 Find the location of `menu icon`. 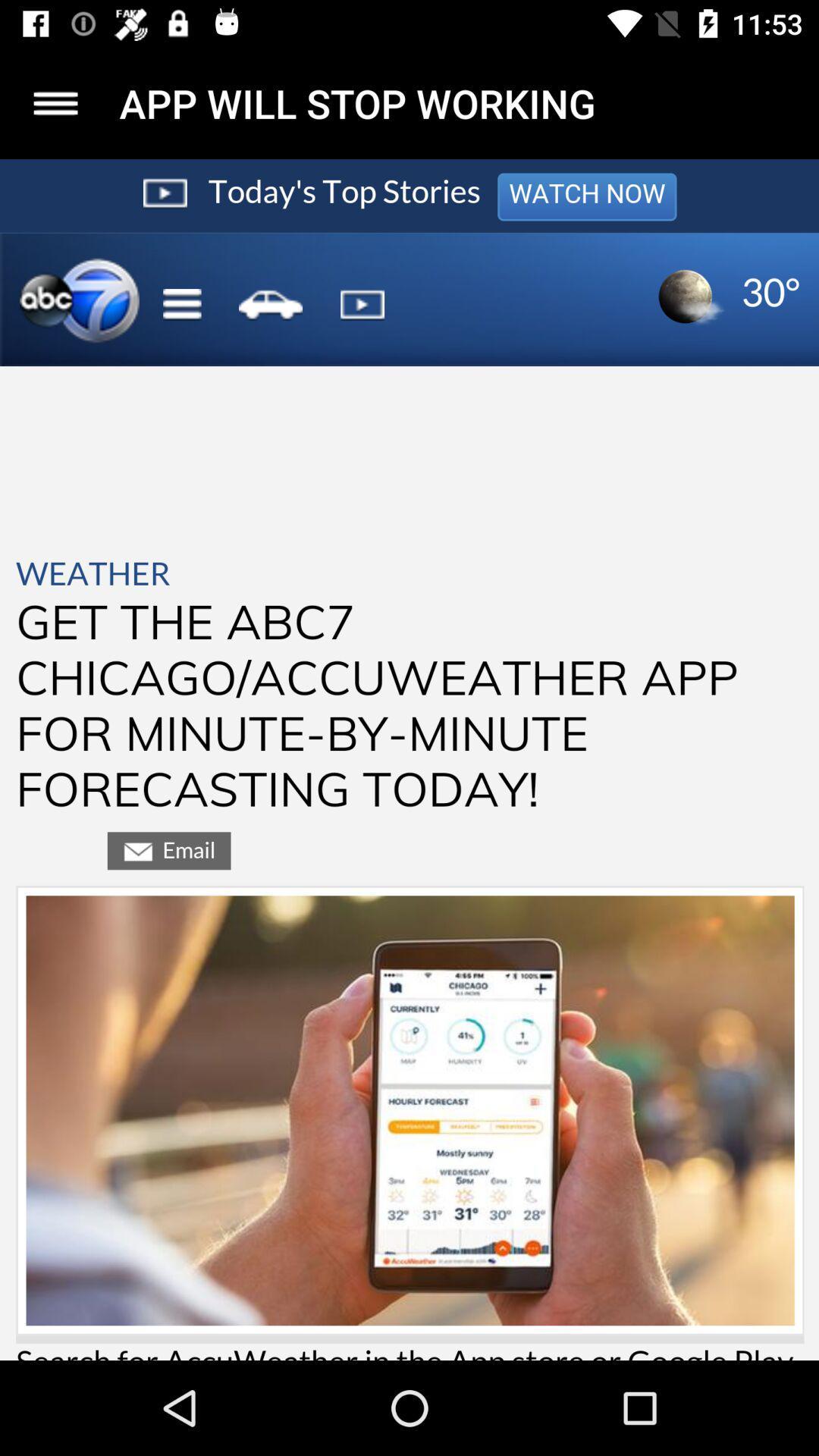

menu icon is located at coordinates (55, 102).